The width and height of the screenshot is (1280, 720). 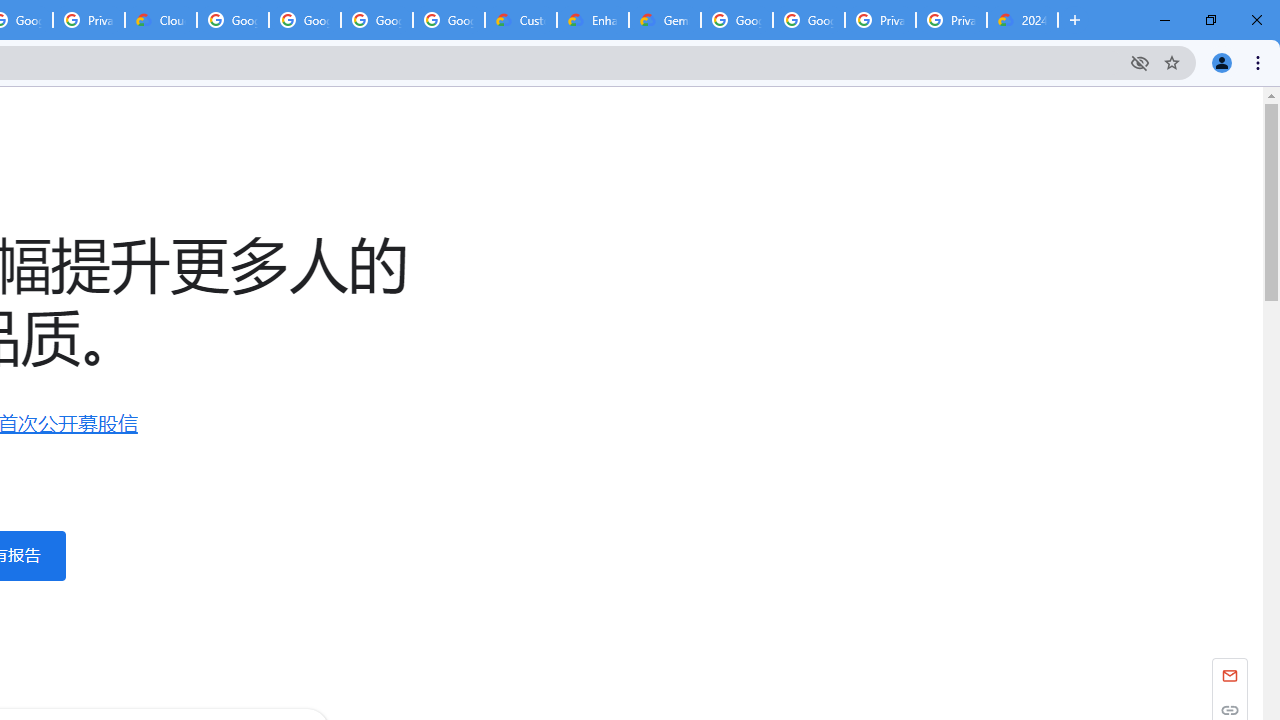 What do you see at coordinates (664, 20) in the screenshot?
I see `'Gemini for Business and Developers | Google Cloud'` at bounding box center [664, 20].